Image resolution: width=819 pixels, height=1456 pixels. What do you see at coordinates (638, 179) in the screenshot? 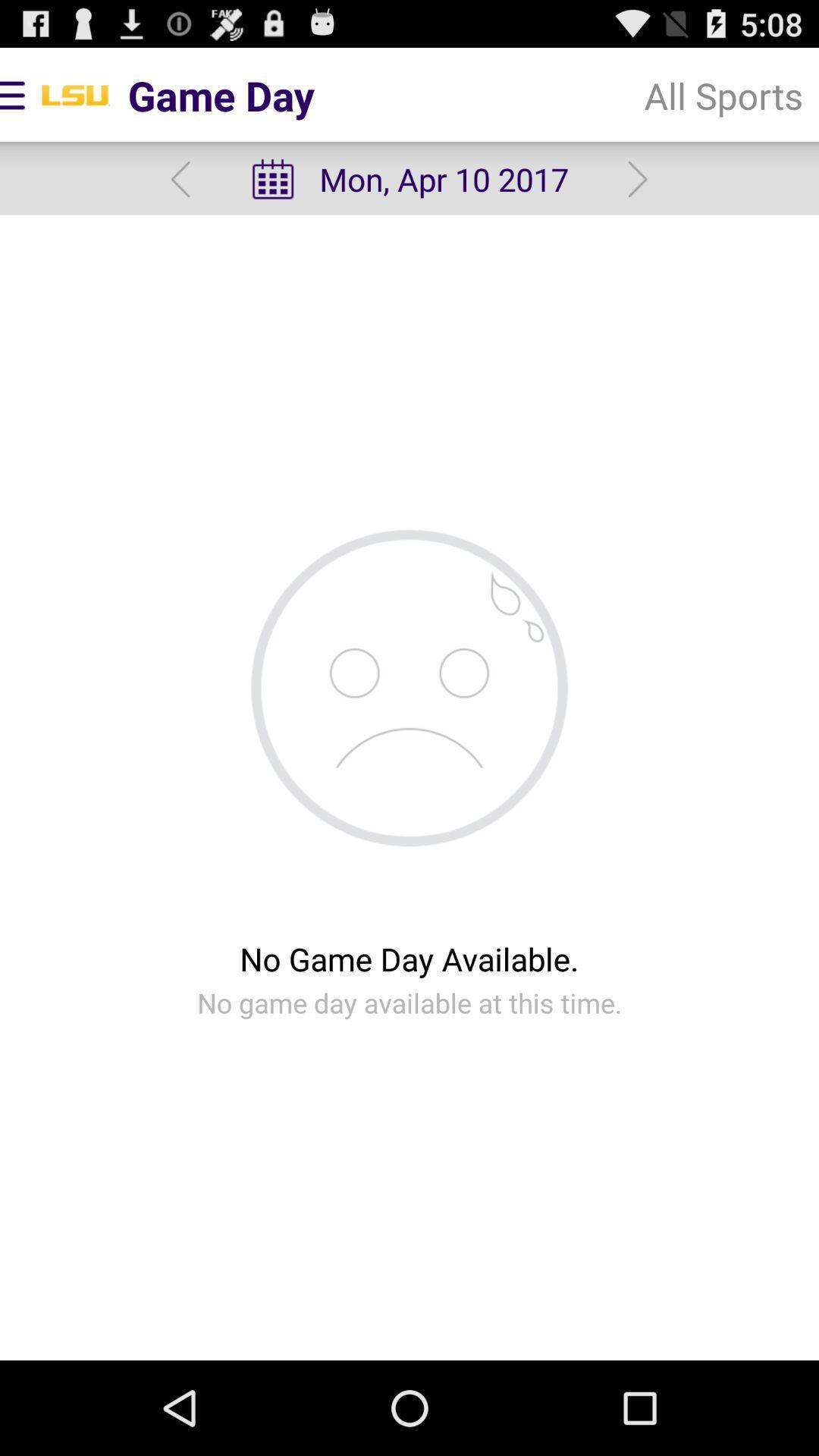
I see `the icon to the right of the mon apr 10 app` at bounding box center [638, 179].